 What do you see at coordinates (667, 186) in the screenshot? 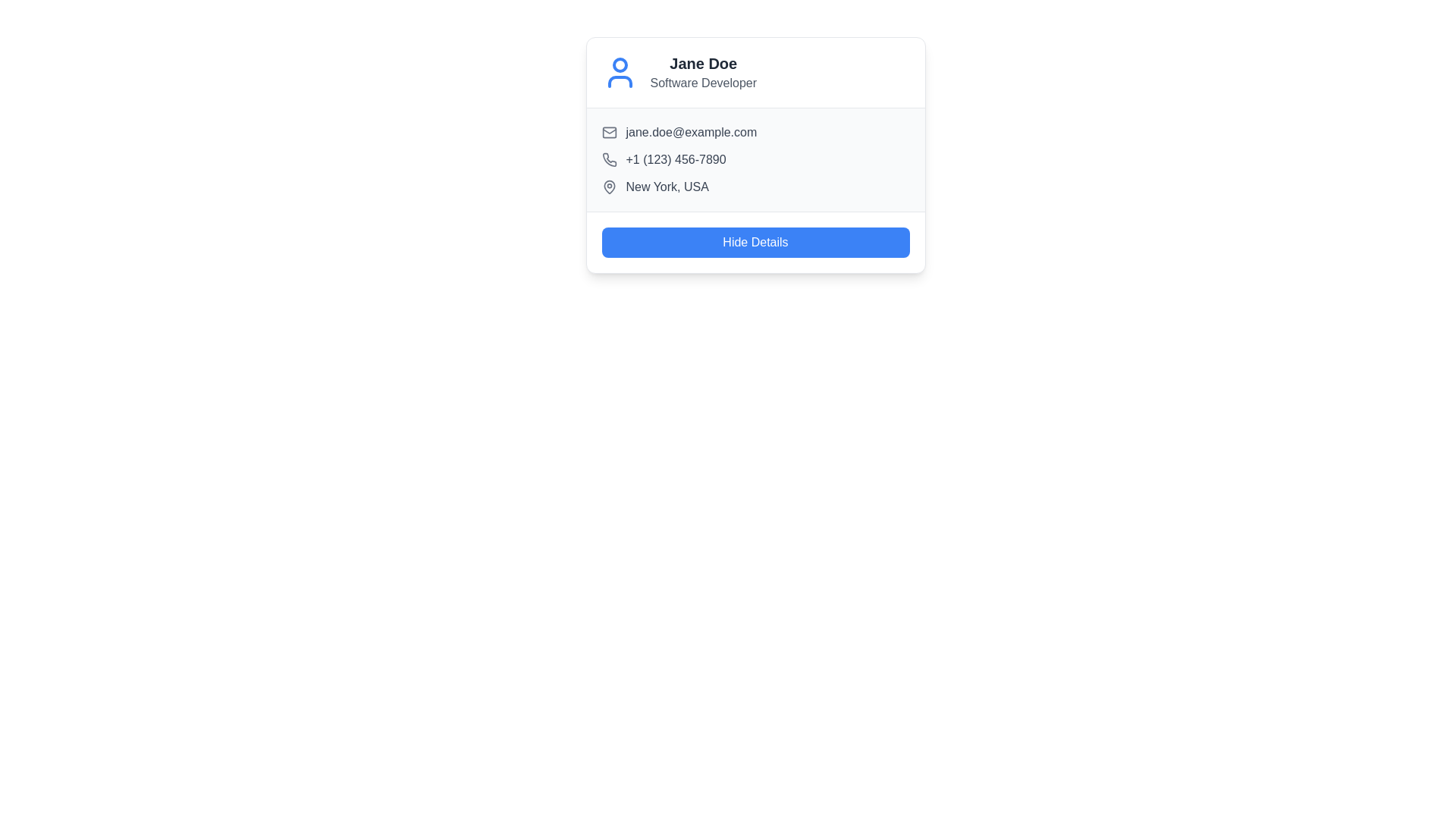
I see `the text element displaying 'New York, USA', which is gray and located under a location icon in the bottom section of the card interface` at bounding box center [667, 186].